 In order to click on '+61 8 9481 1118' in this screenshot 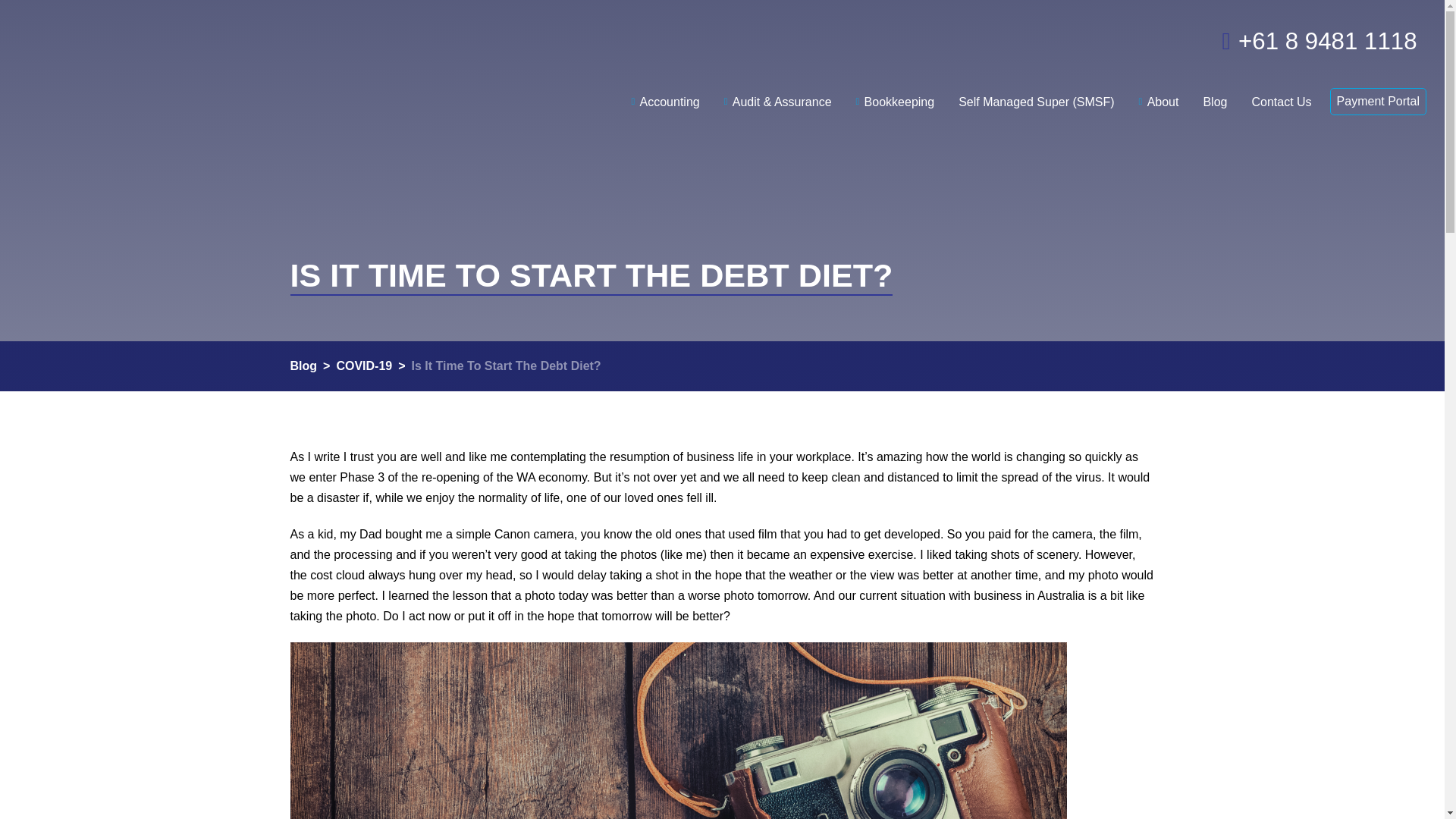, I will do `click(1296, 37)`.